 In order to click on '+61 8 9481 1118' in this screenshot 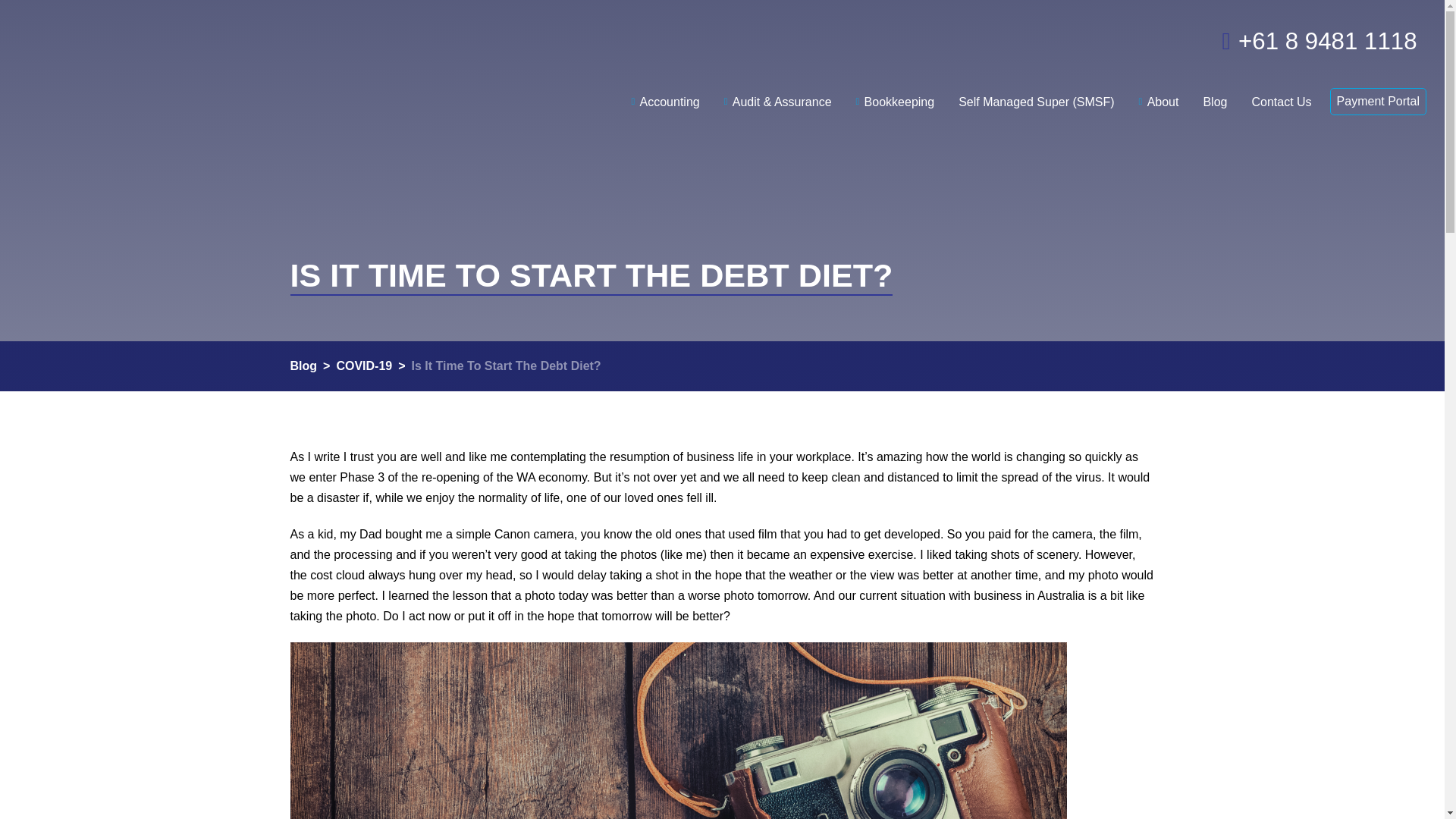, I will do `click(1296, 37)`.